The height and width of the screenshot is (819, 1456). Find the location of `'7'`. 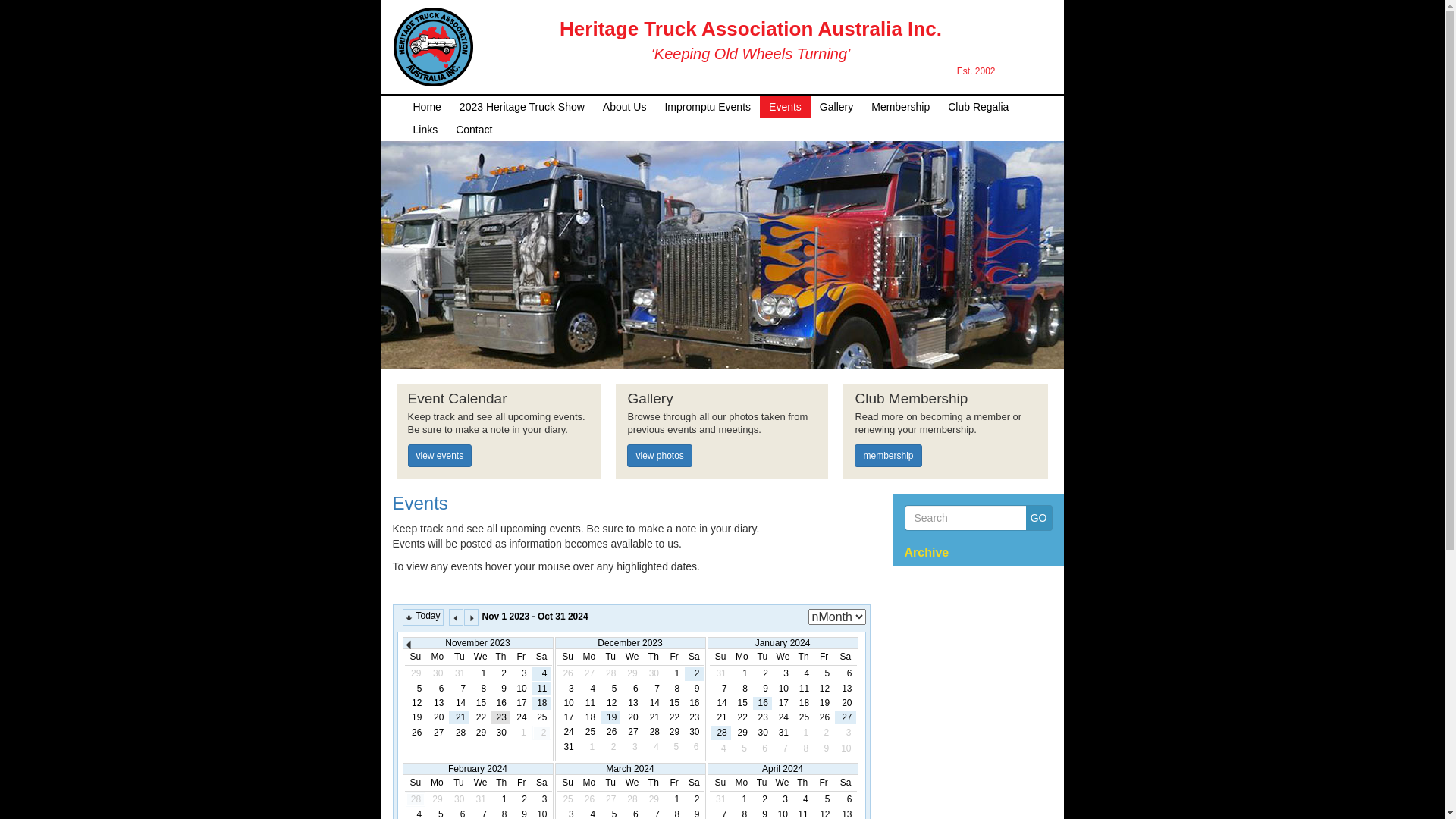

'7' is located at coordinates (449, 689).